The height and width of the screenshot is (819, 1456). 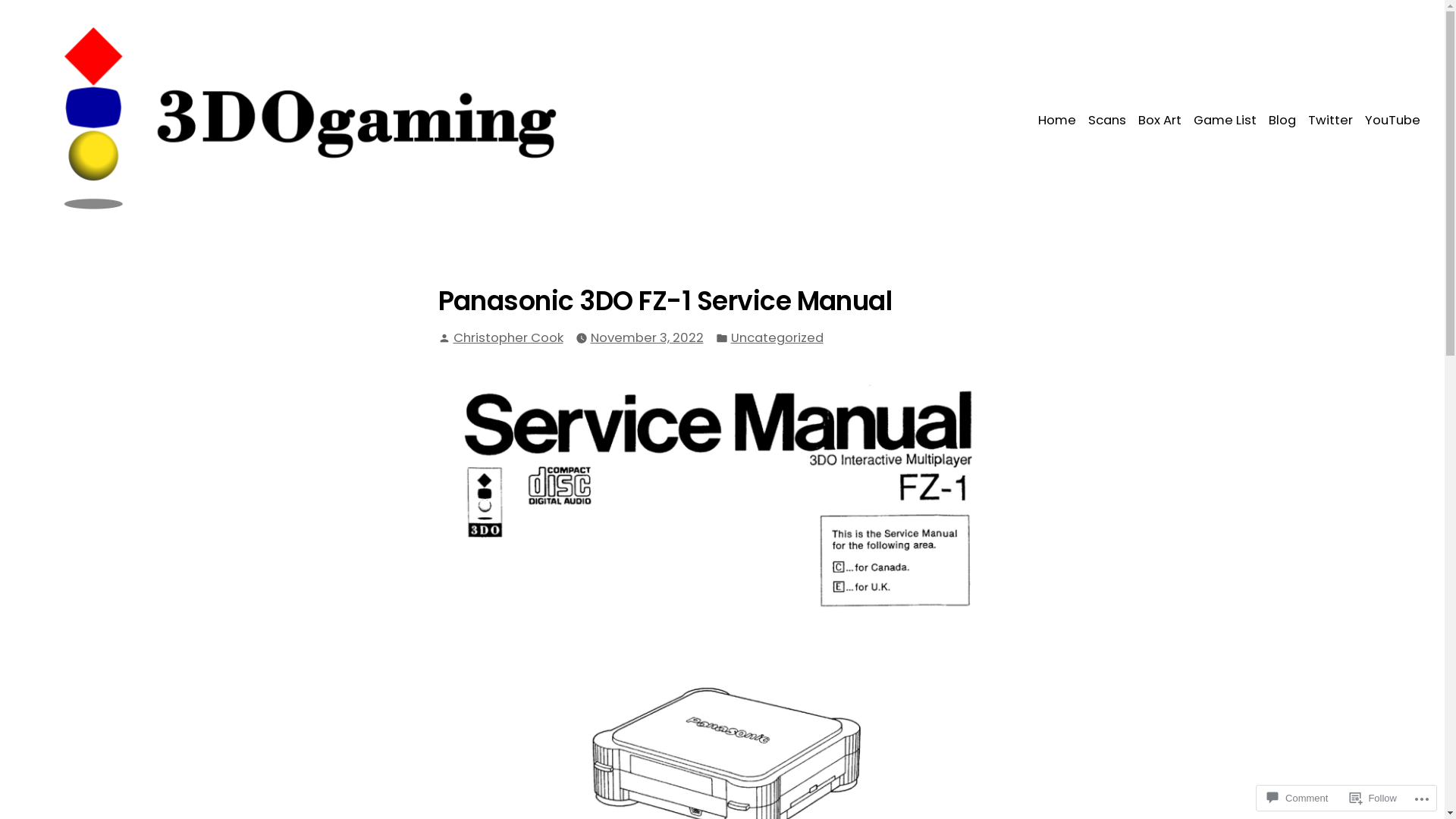 I want to click on 'Christopher Cook', so click(x=508, y=337).